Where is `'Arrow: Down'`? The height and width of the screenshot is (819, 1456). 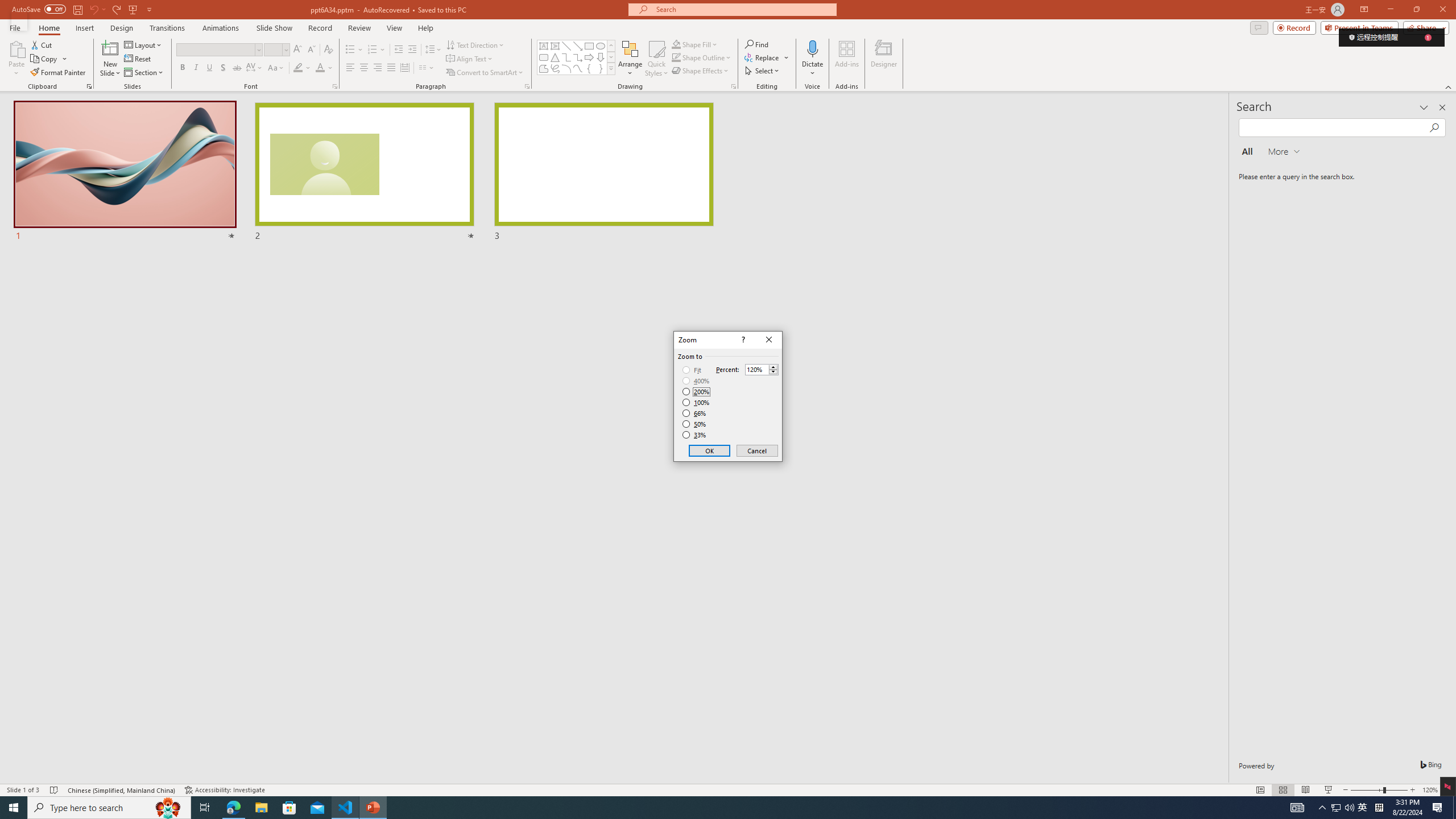 'Arrow: Down' is located at coordinates (600, 56).